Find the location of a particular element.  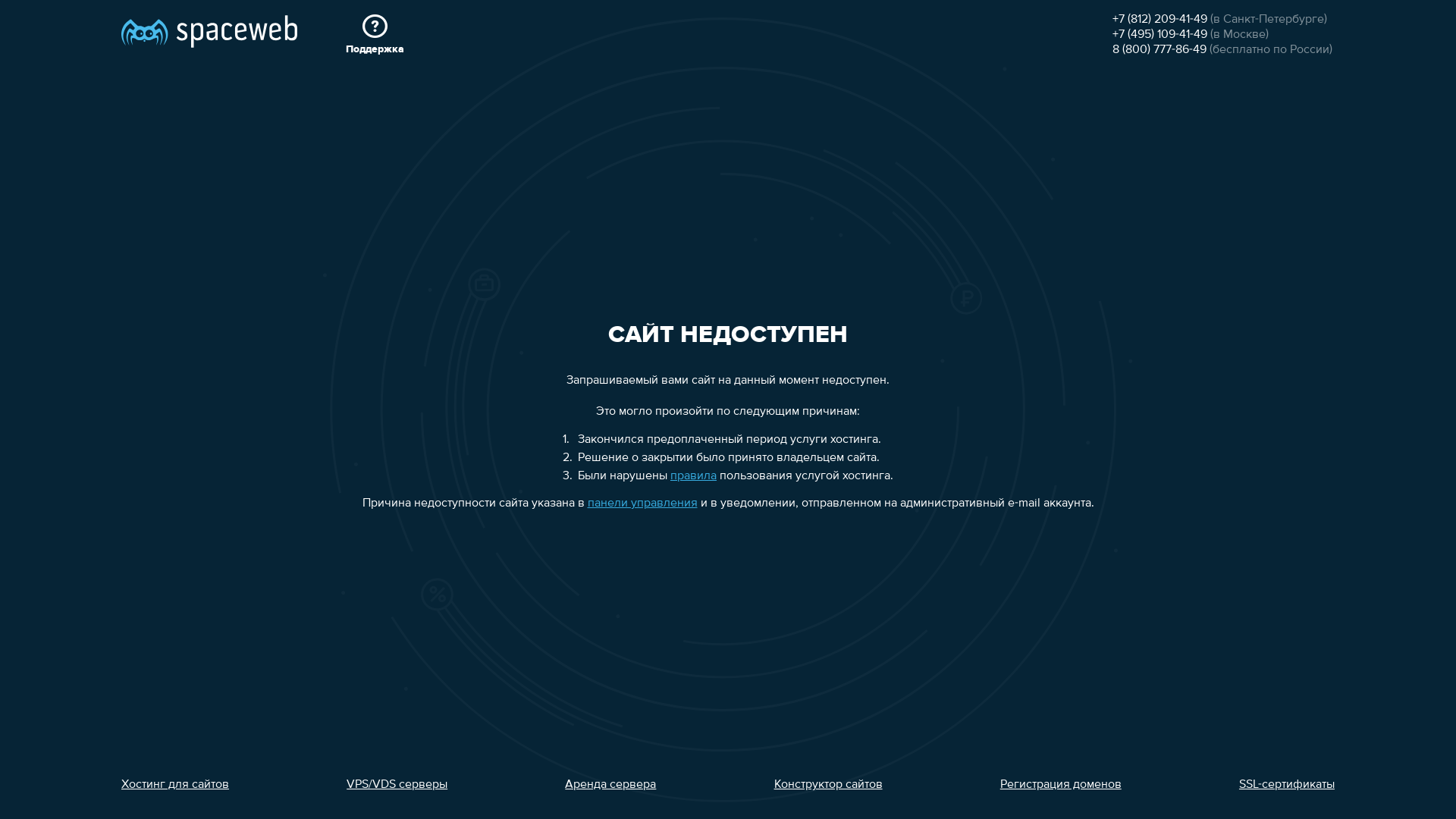

'8 (800) 777-86-49' is located at coordinates (1159, 49).